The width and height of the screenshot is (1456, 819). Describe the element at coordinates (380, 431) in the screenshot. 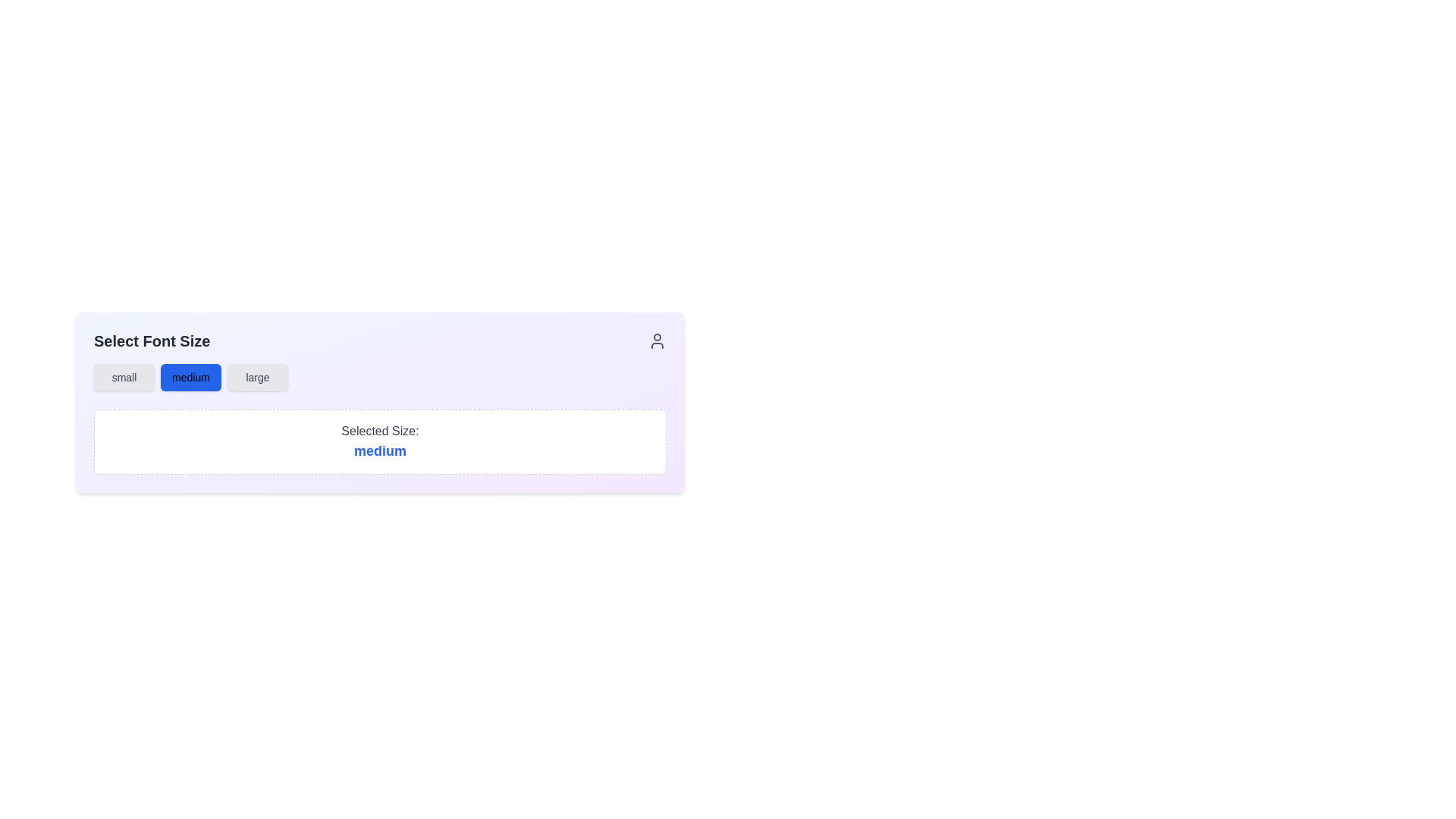

I see `the text label indicating 'Selected Size' which is positioned above the selected value 'medium'` at that location.